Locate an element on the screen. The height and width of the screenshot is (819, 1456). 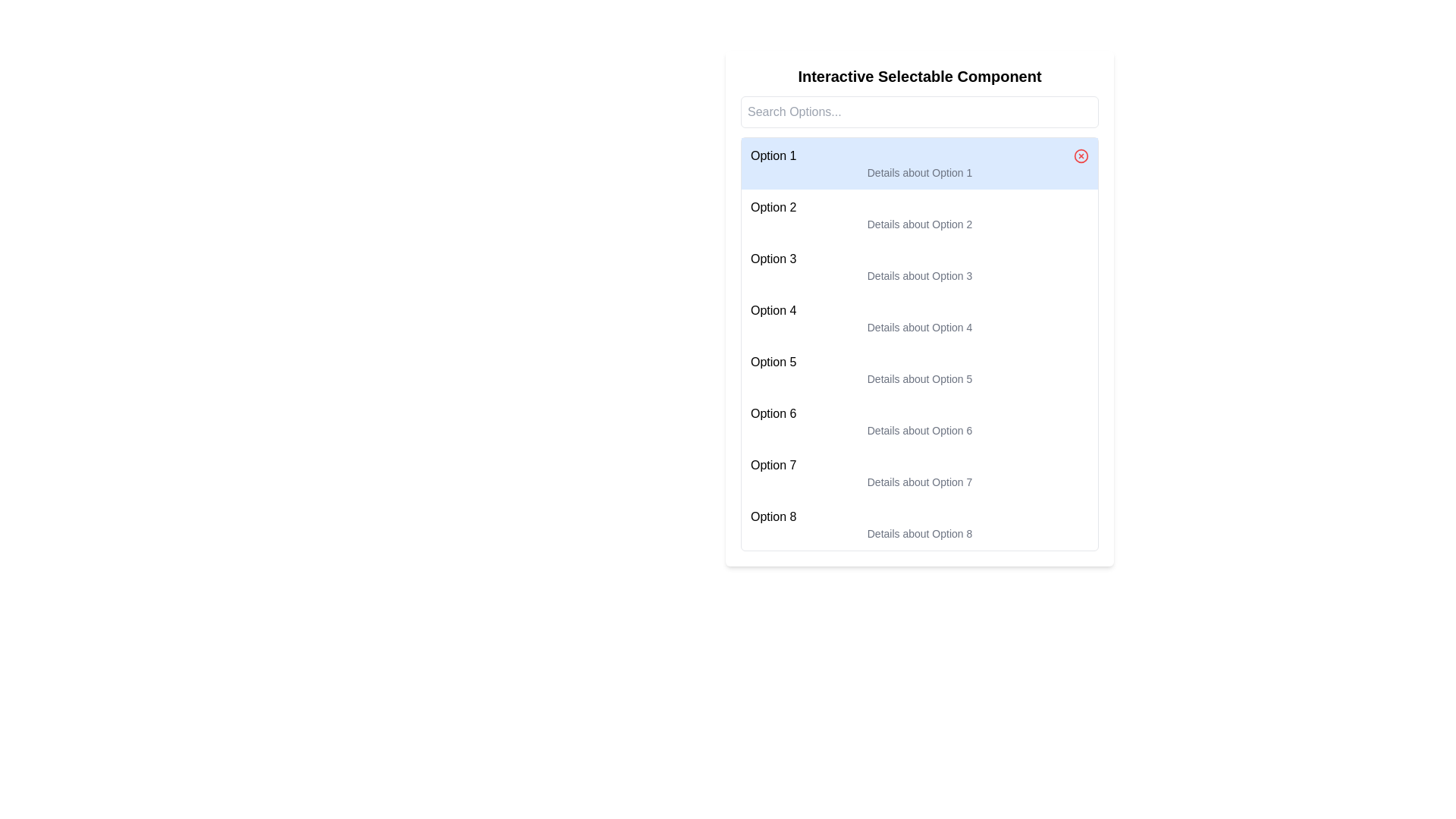
the circular button with an 'X' icon, which has a red border and is used as a close or delete button, located to the right of the first selectable option in the list is located at coordinates (1080, 155).